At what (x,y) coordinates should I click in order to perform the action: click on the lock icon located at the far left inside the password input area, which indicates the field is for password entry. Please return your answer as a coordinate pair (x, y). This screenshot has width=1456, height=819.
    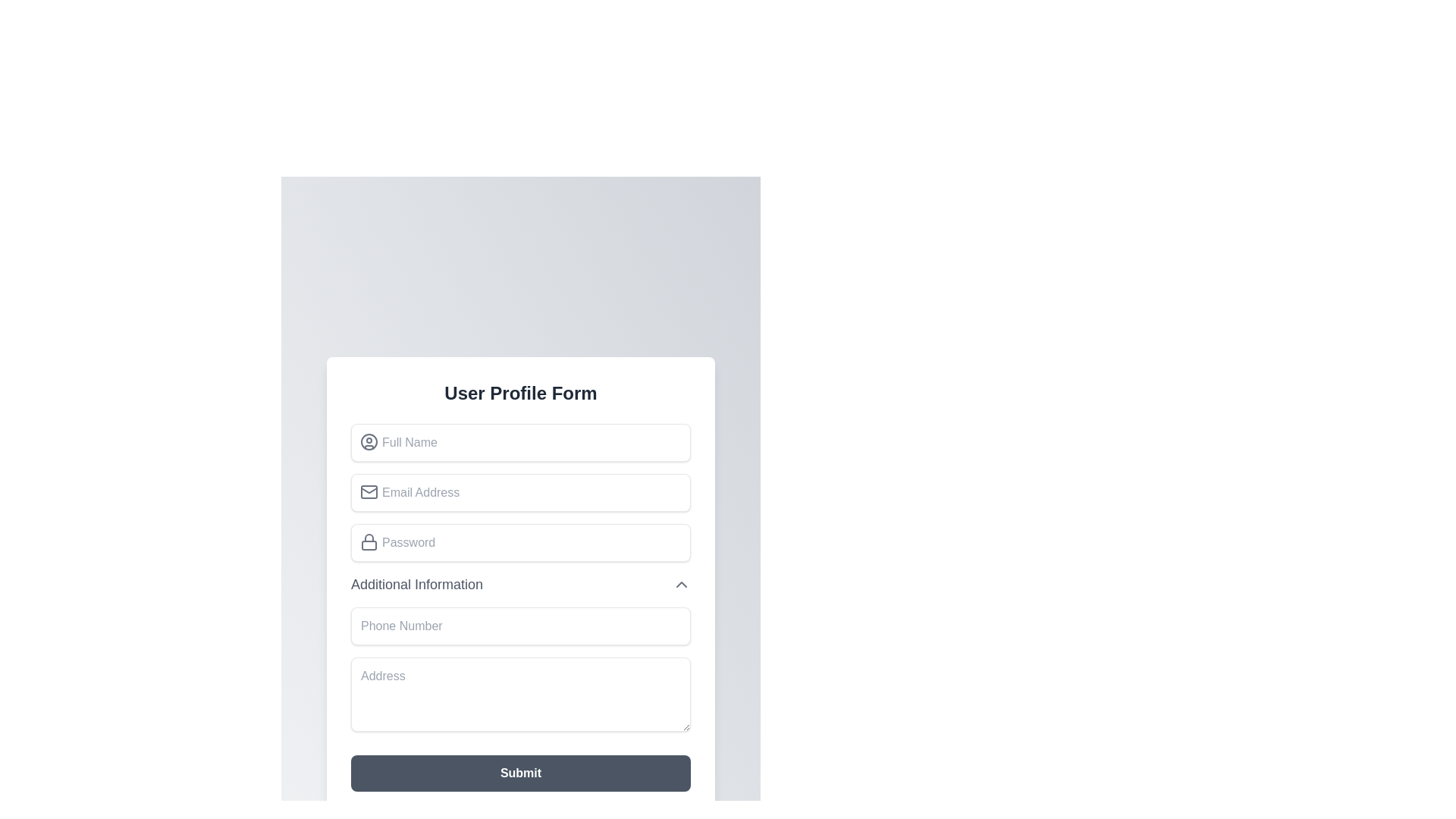
    Looking at the image, I should click on (369, 540).